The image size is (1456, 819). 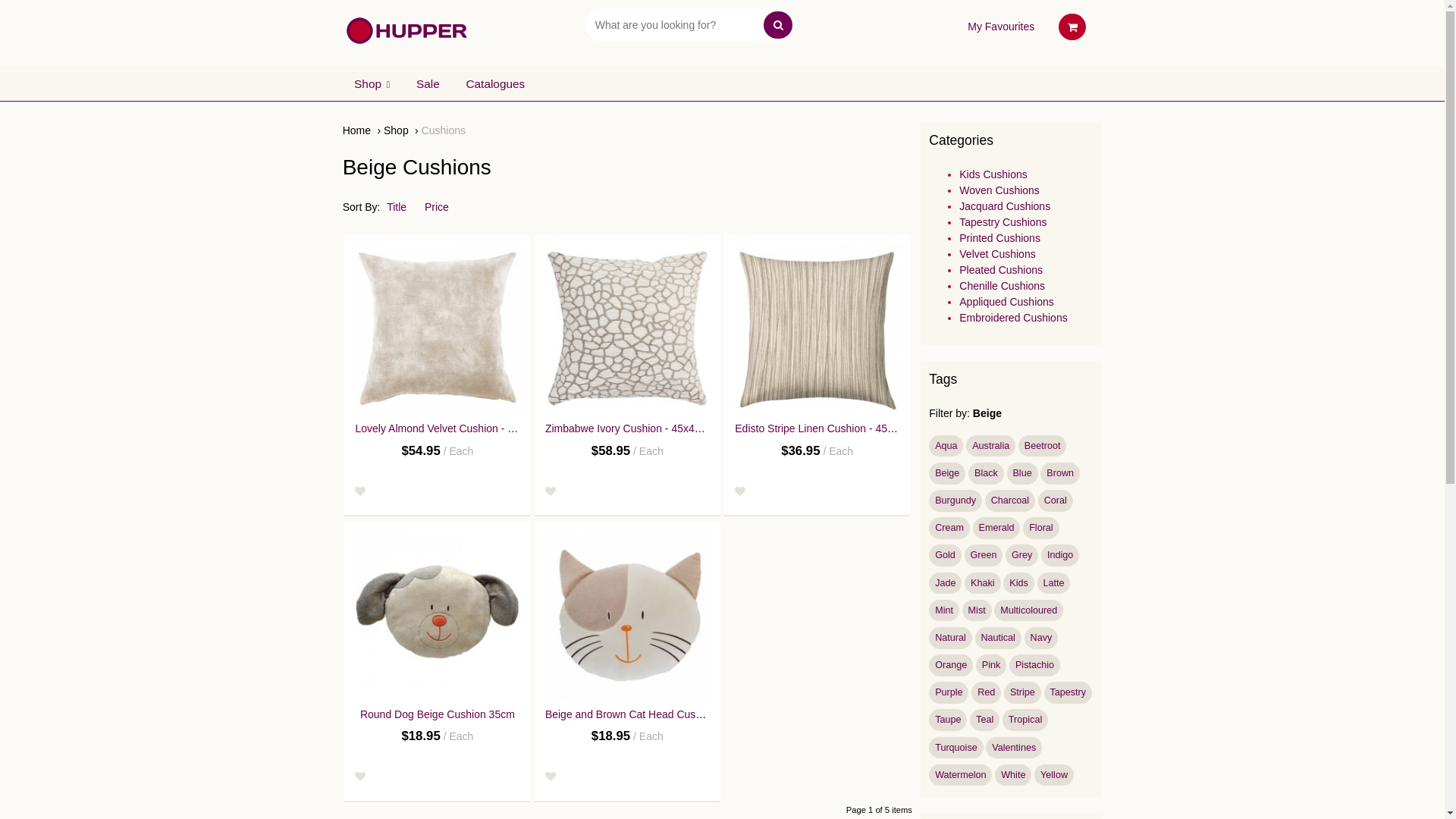 I want to click on 'Velvet Cushions', so click(x=997, y=253).